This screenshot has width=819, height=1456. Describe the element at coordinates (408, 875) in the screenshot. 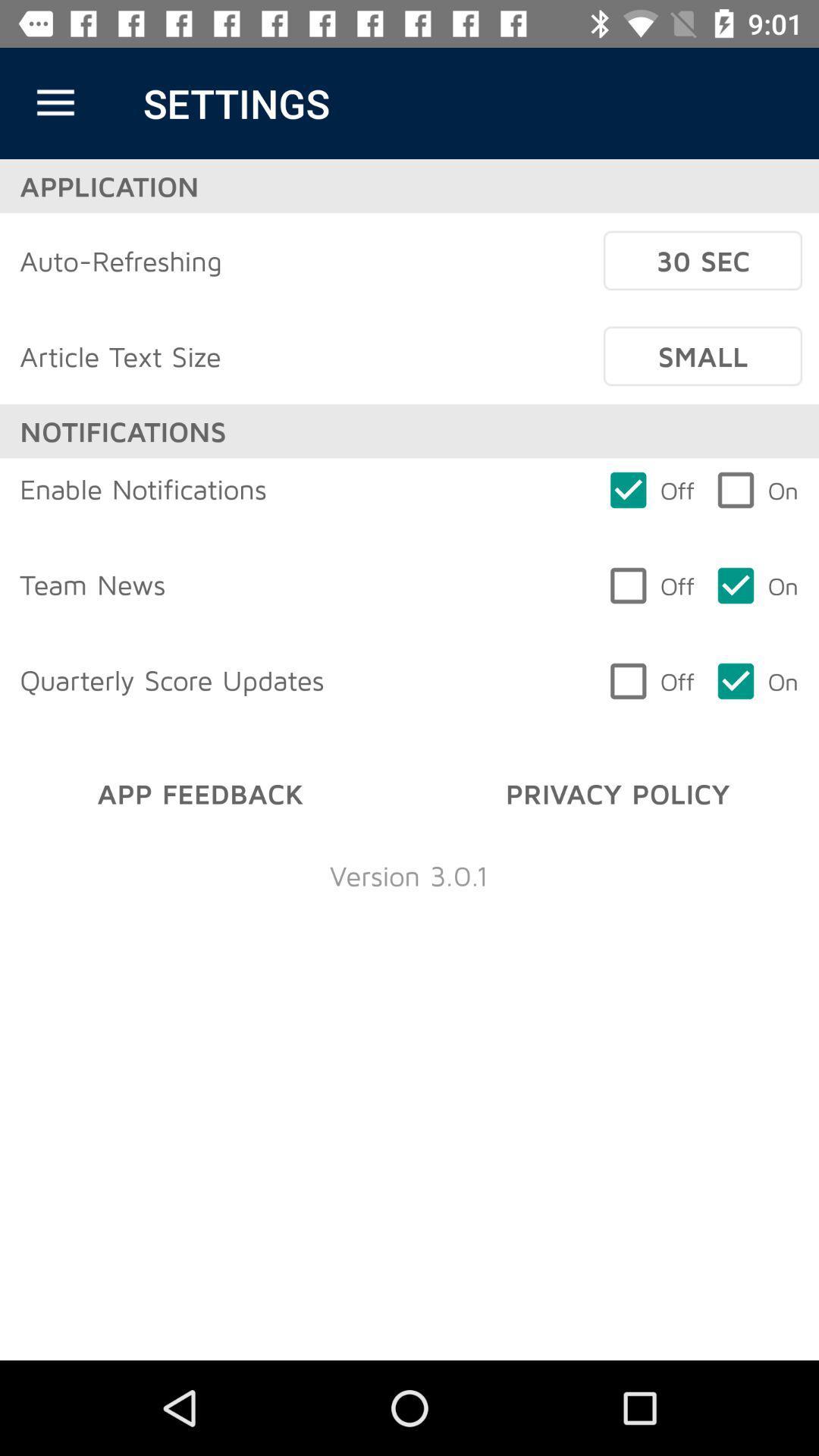

I see `item below the app feedback item` at that location.